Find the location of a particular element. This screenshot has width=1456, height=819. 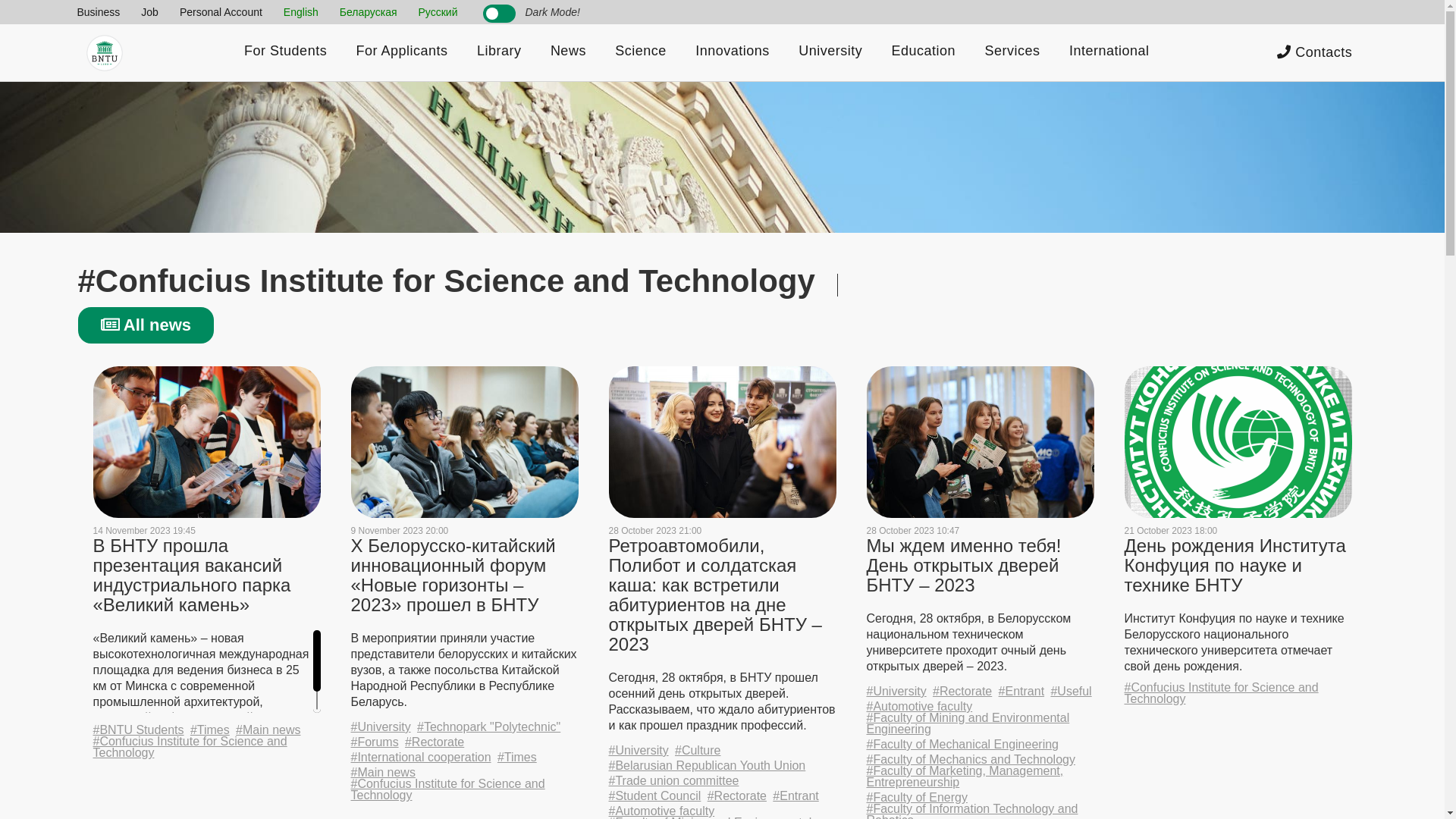

'Library' is located at coordinates (499, 52).